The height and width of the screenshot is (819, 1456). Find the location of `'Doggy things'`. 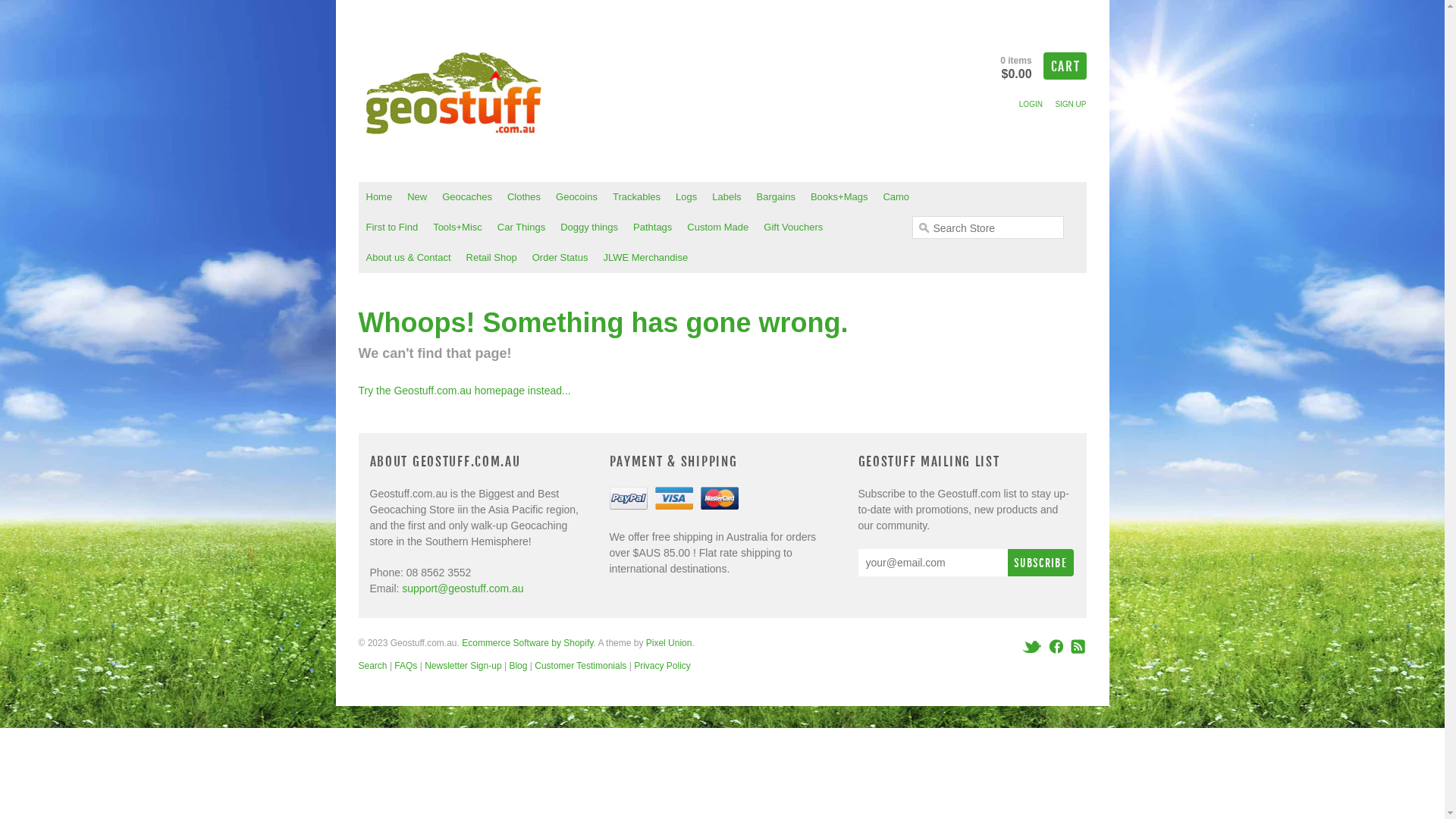

'Doggy things' is located at coordinates (588, 227).